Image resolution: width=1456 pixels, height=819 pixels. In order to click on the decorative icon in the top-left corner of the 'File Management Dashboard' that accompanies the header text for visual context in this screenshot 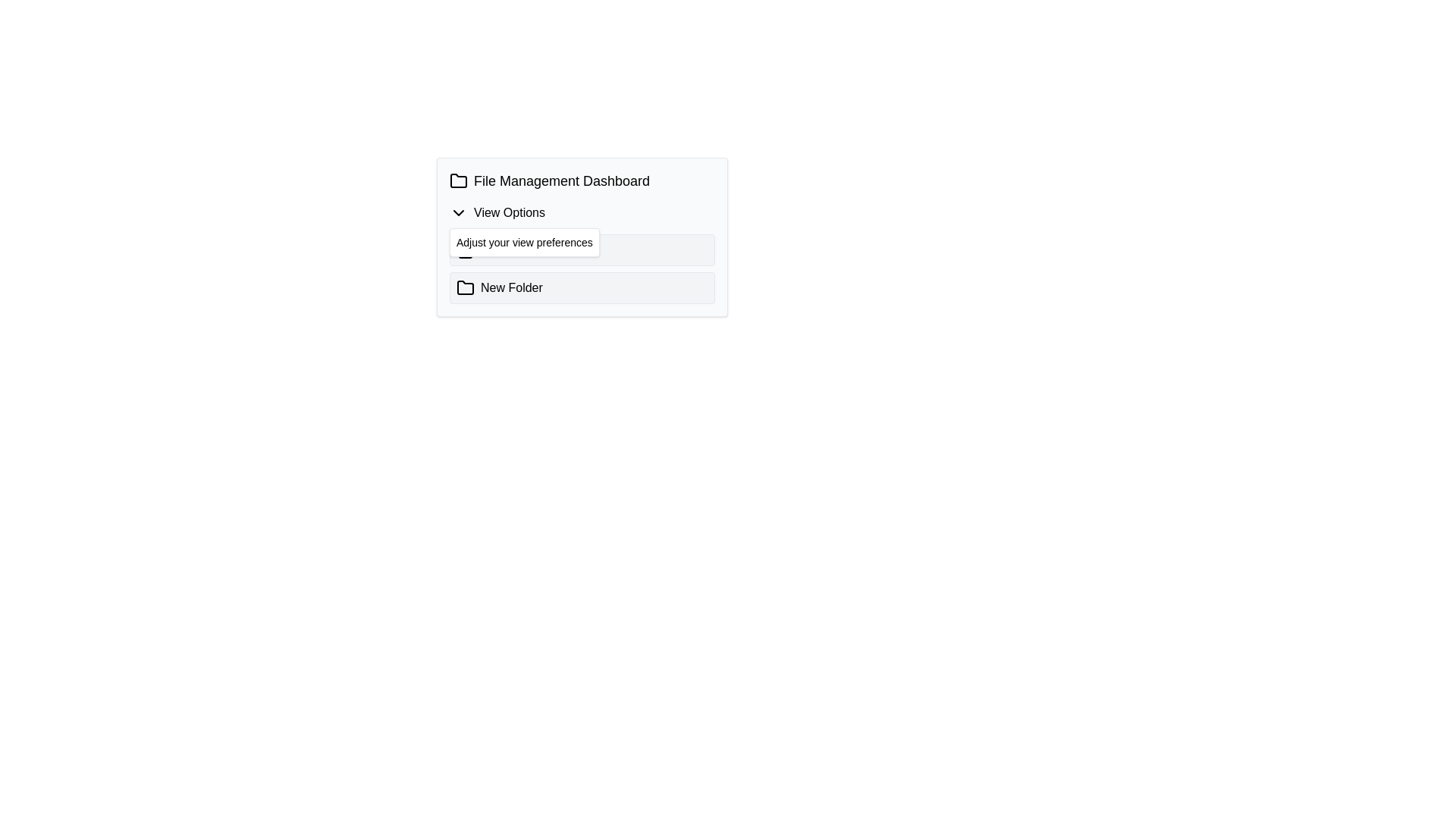, I will do `click(457, 180)`.